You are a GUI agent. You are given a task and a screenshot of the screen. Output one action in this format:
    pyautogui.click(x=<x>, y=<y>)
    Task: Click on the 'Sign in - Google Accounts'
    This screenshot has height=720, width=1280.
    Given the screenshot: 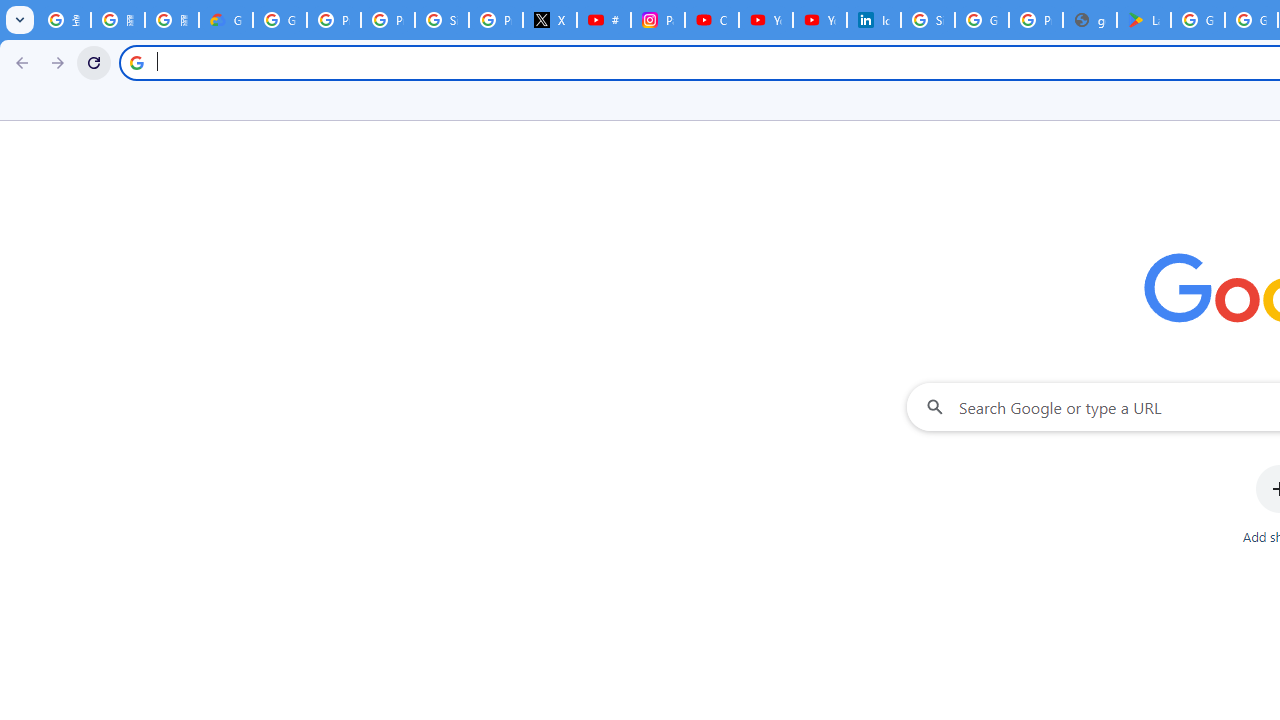 What is the action you would take?
    pyautogui.click(x=440, y=20)
    